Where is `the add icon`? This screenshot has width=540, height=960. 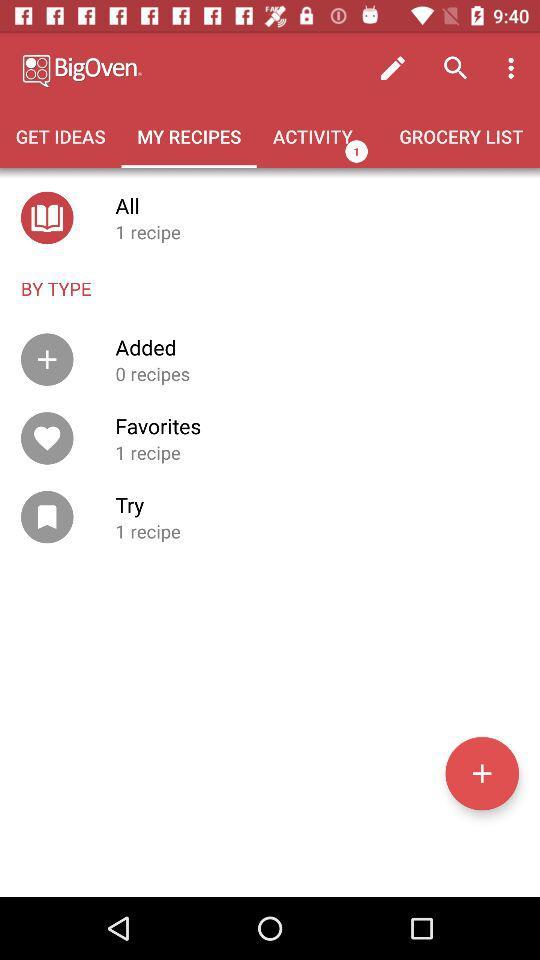 the add icon is located at coordinates (481, 772).